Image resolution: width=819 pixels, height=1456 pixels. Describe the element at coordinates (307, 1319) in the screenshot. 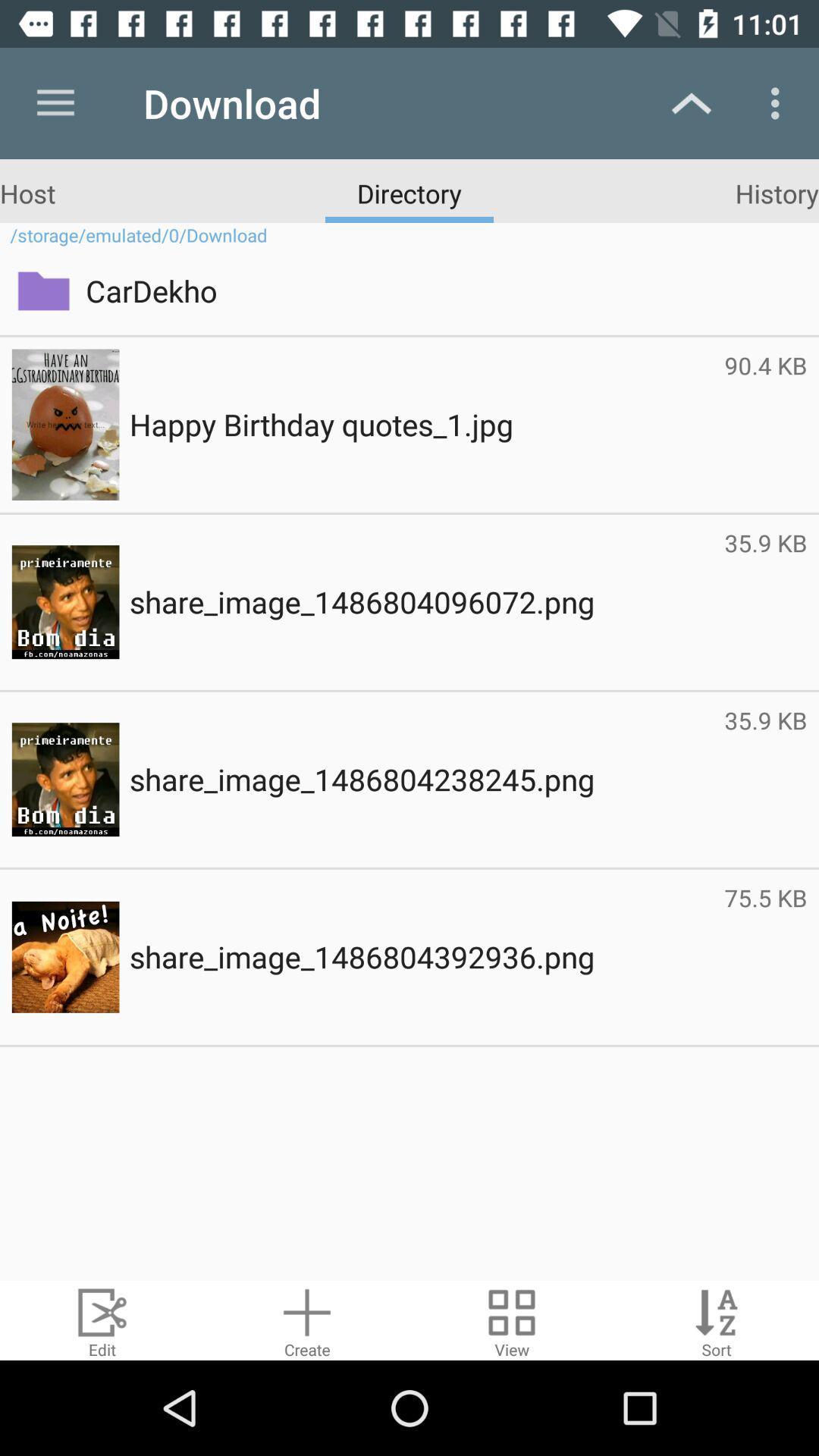

I see `file` at that location.